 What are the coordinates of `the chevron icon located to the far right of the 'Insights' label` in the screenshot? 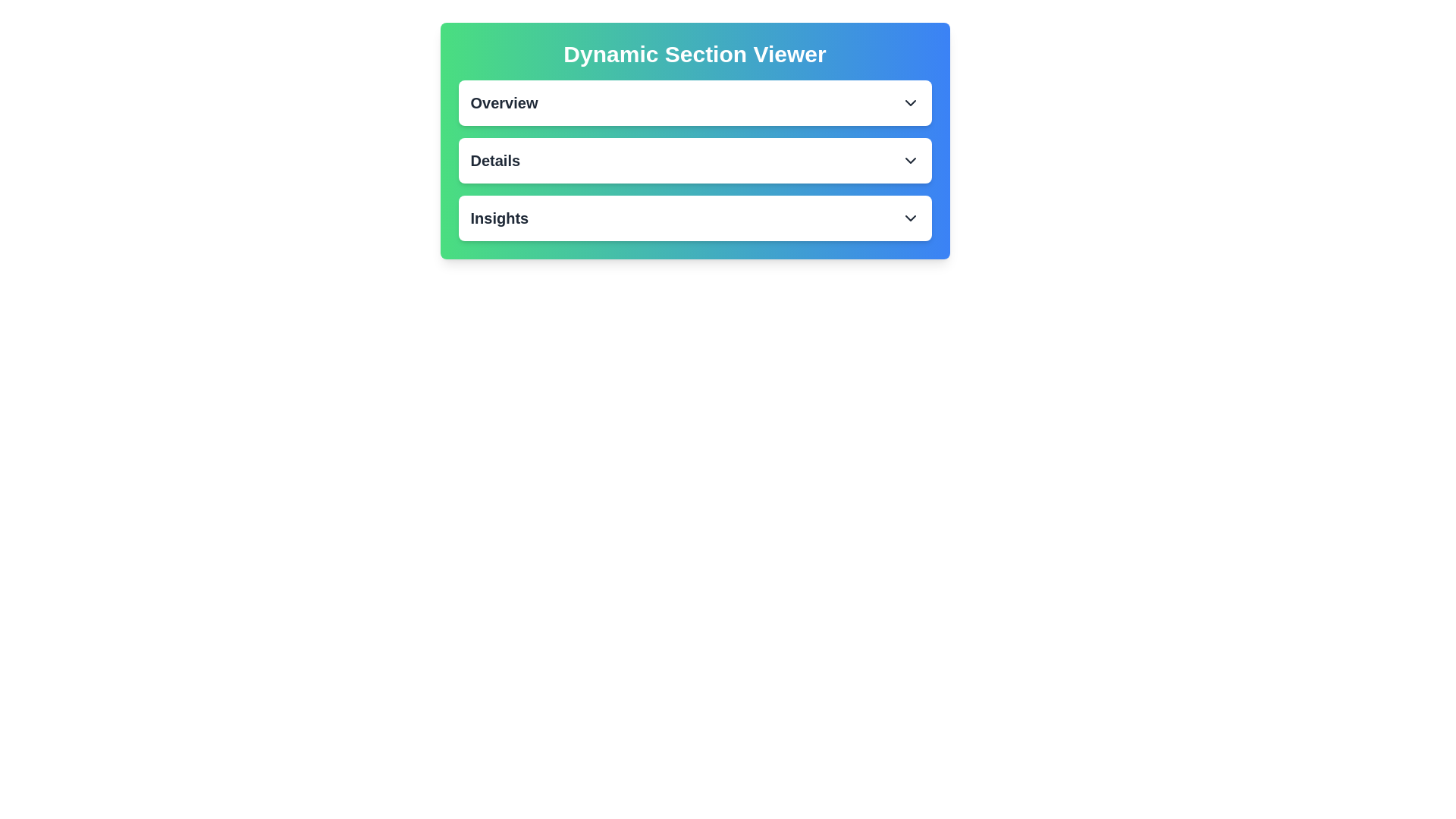 It's located at (910, 218).